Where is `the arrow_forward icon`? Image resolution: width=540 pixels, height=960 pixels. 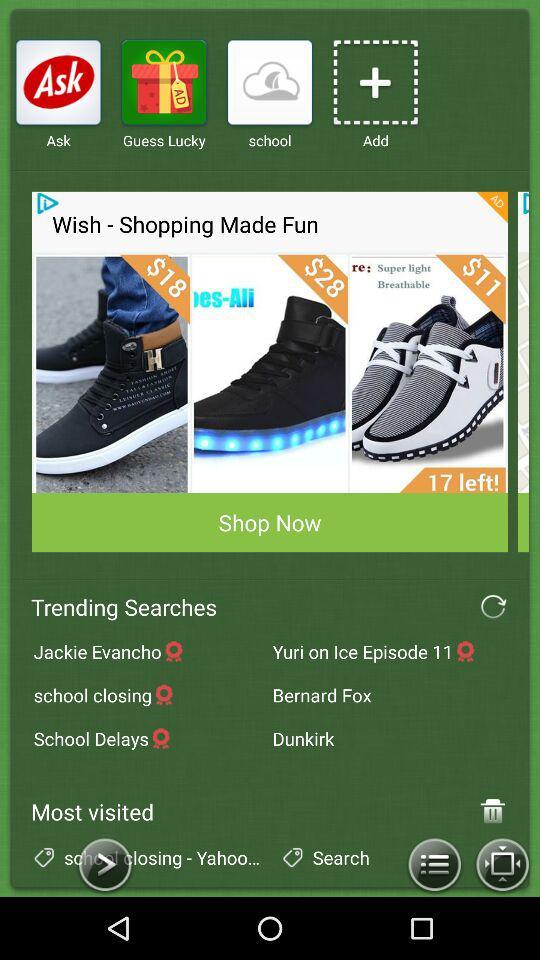 the arrow_forward icon is located at coordinates (105, 927).